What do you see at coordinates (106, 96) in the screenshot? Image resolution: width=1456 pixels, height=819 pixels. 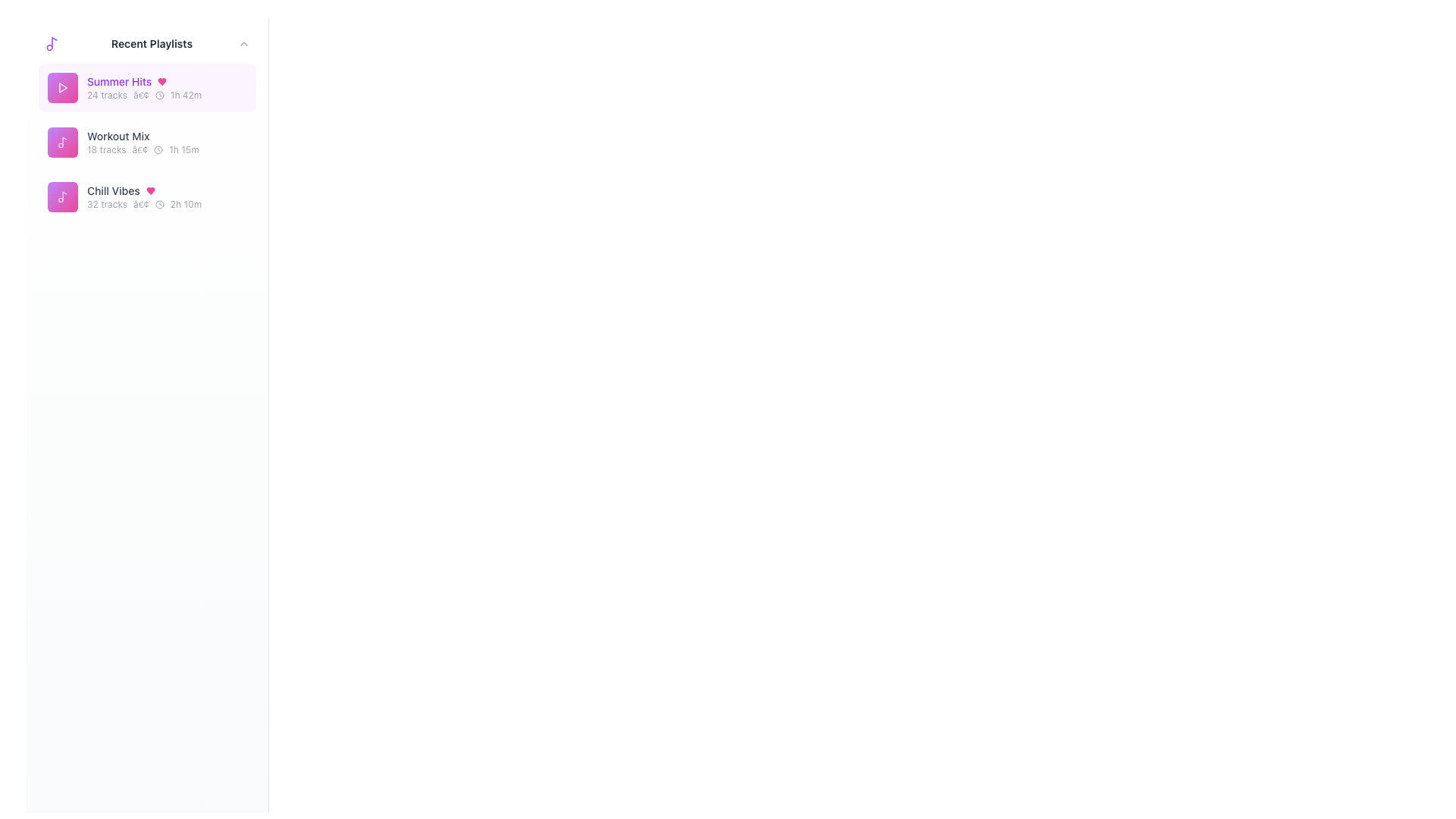 I see `the static text '24 tracks', which is displayed in light gray font, located at the top of the 'Recent Playlists' section, specifically in the first row of the playlist list` at bounding box center [106, 96].